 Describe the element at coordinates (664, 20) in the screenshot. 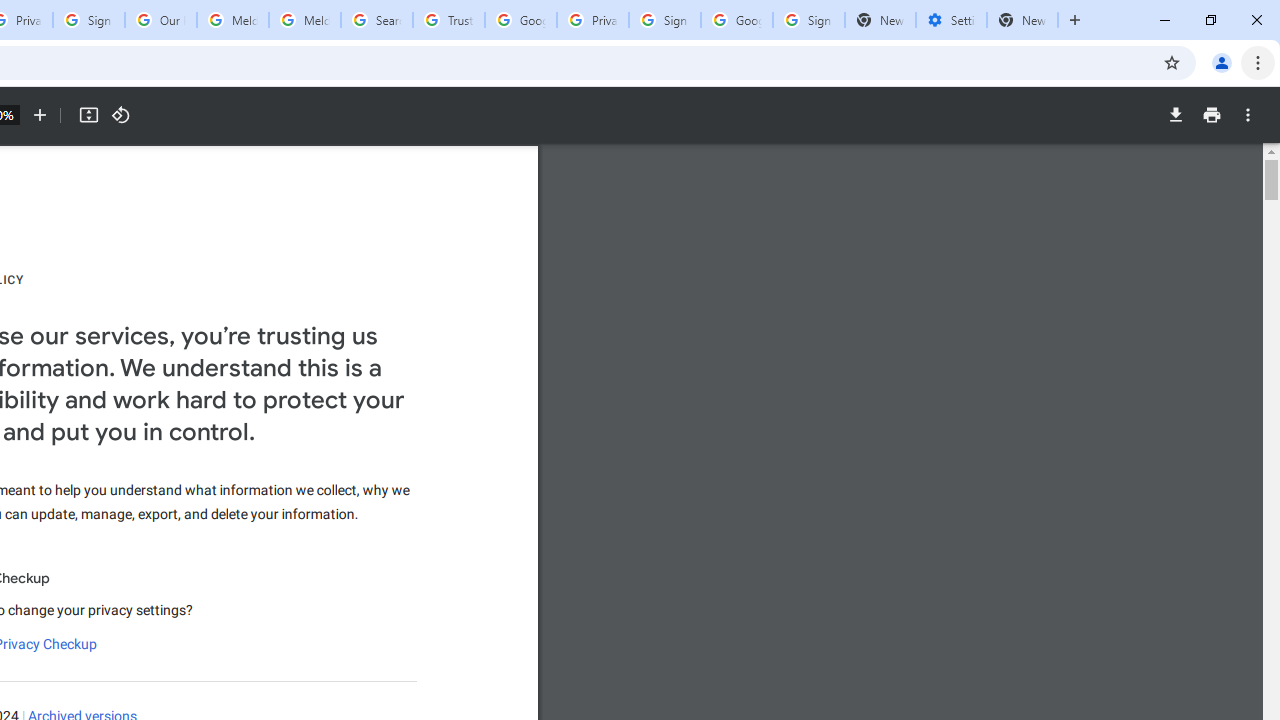

I see `'Sign in - Google Accounts'` at that location.